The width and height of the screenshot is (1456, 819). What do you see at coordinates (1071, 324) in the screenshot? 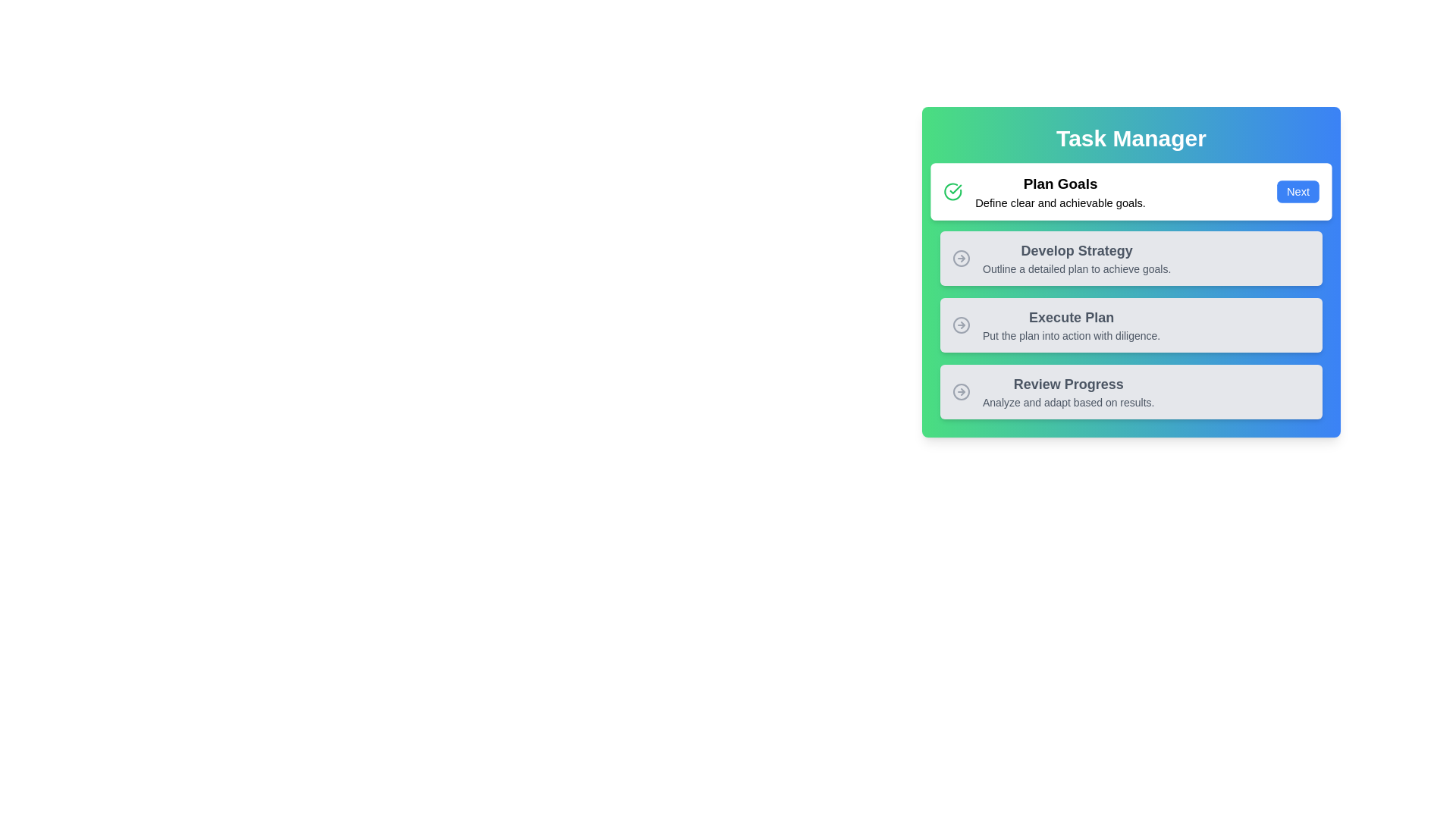
I see `text content of the 'Execute Plan' label, which is prominently displayed in bold and larger font, with a secondary line stating 'Put the plan into action with diligence.' This text label is located in the middle of the task list in the 'Task Manager' interface` at bounding box center [1071, 324].